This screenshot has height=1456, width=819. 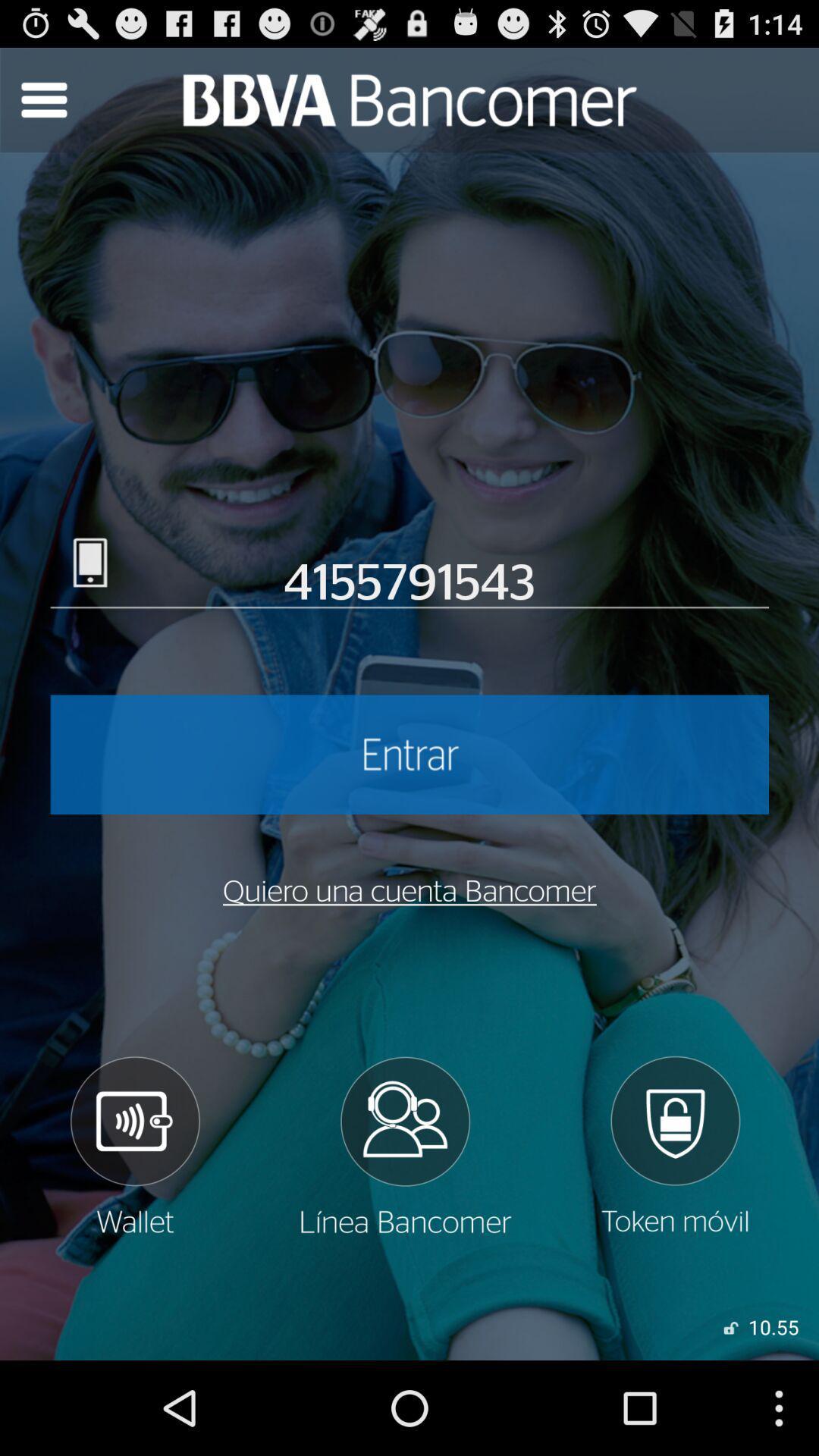 I want to click on wallet, so click(x=133, y=1146).